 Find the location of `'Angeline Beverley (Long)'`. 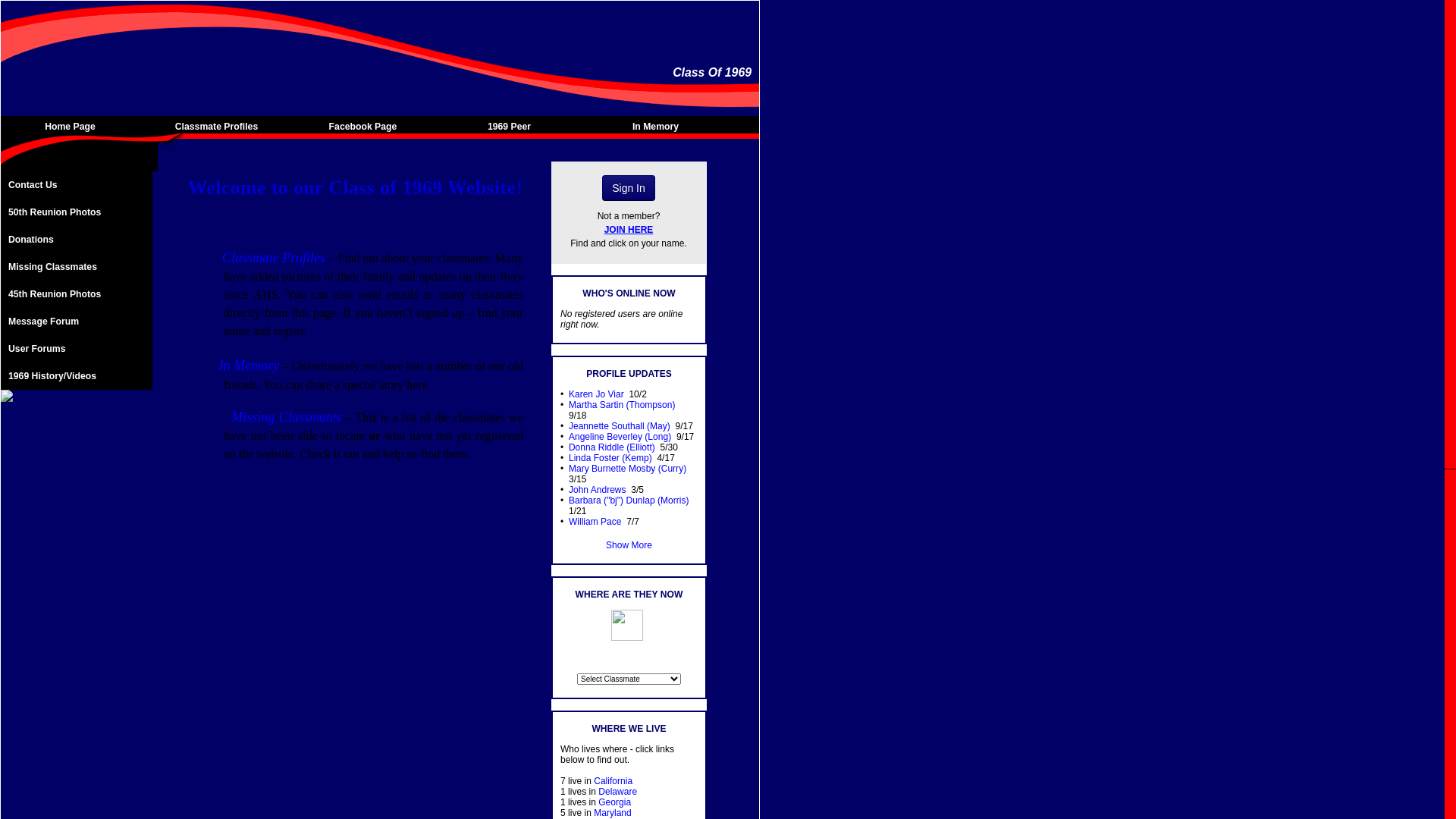

'Angeline Beverley (Long)' is located at coordinates (620, 436).